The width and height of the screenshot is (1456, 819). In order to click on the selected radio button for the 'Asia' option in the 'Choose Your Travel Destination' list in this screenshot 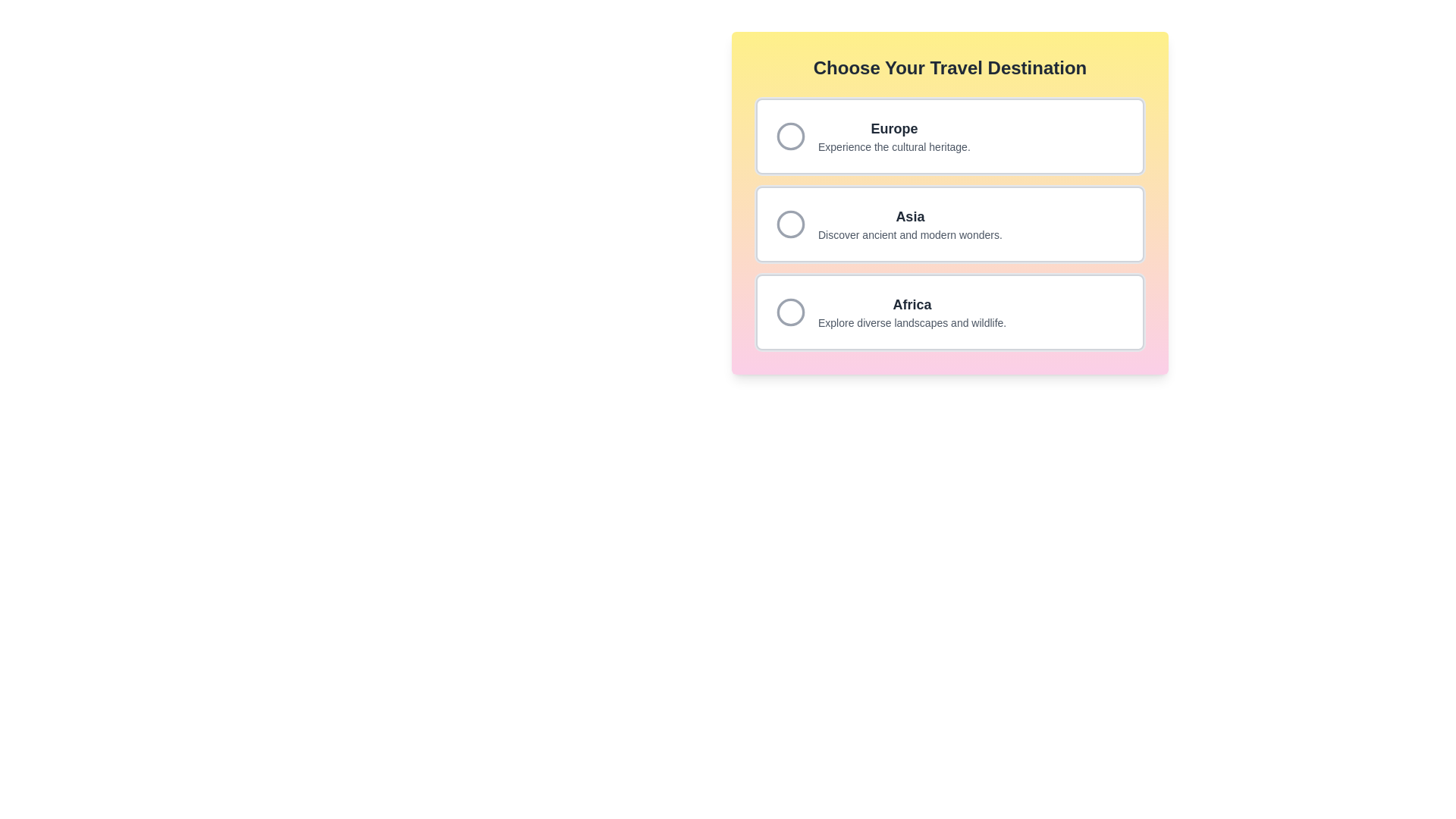, I will do `click(789, 224)`.